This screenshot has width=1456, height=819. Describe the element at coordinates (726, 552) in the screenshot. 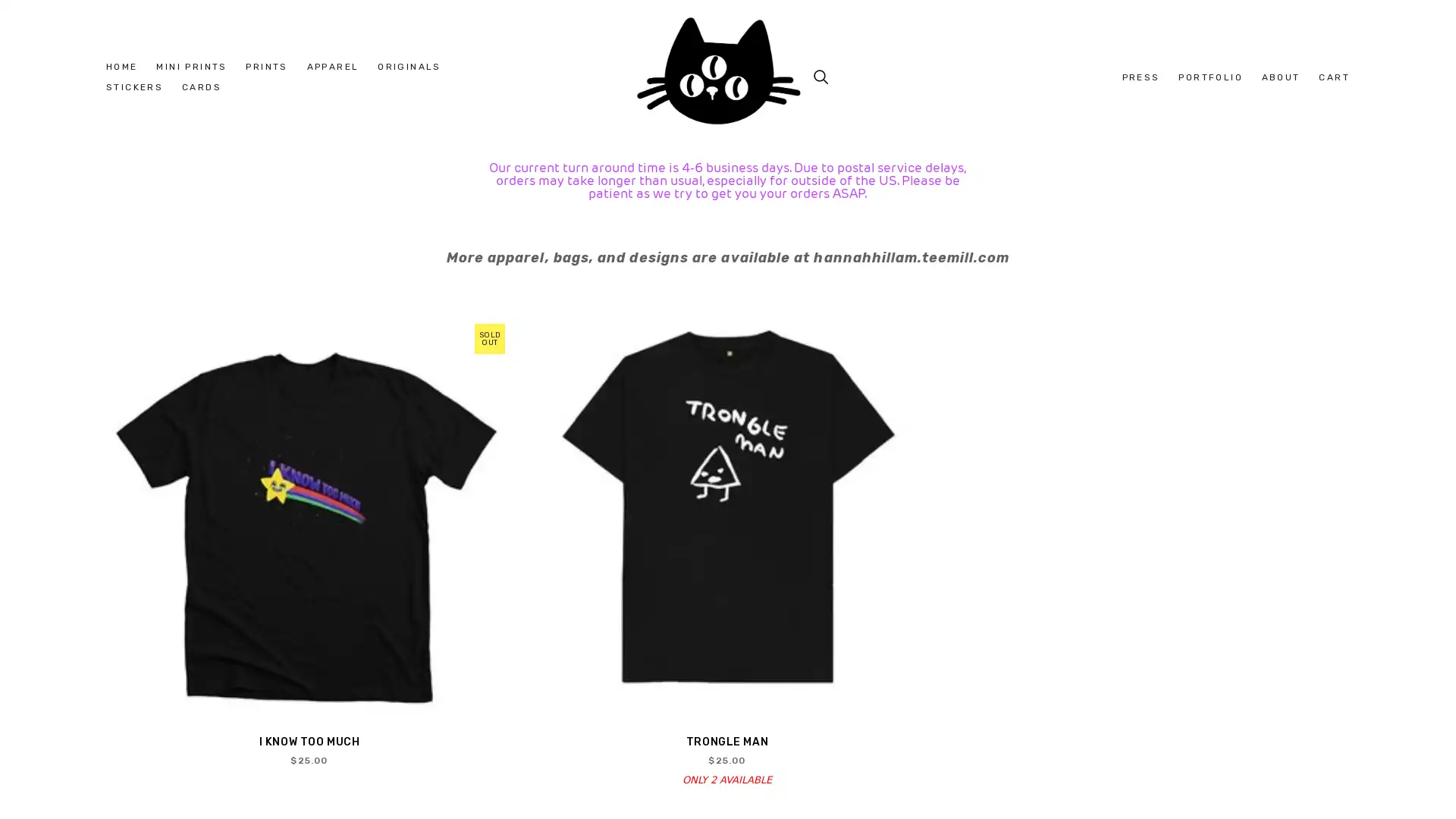

I see `QUICK VIEW` at that location.